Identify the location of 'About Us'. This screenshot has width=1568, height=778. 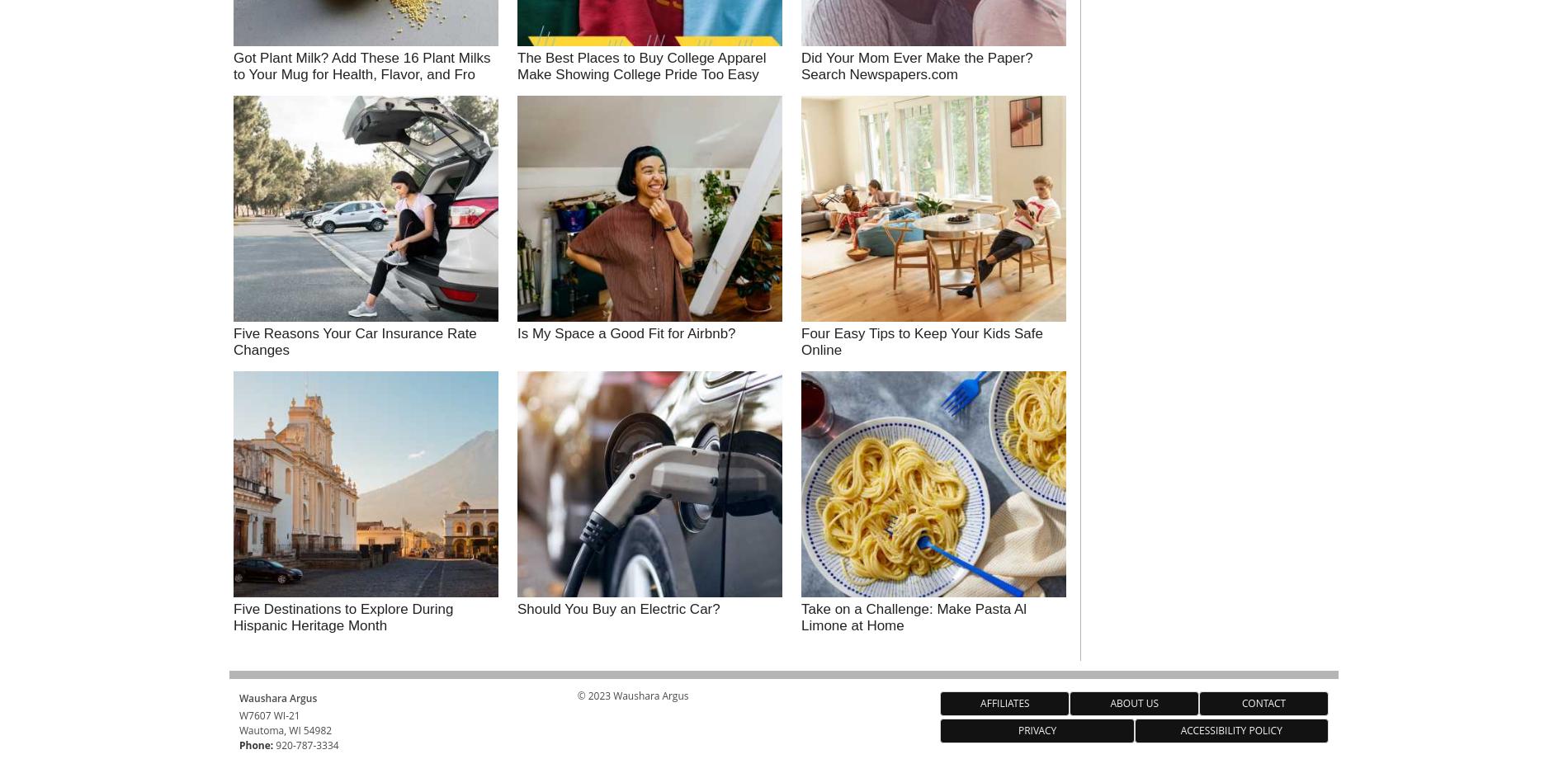
(1133, 702).